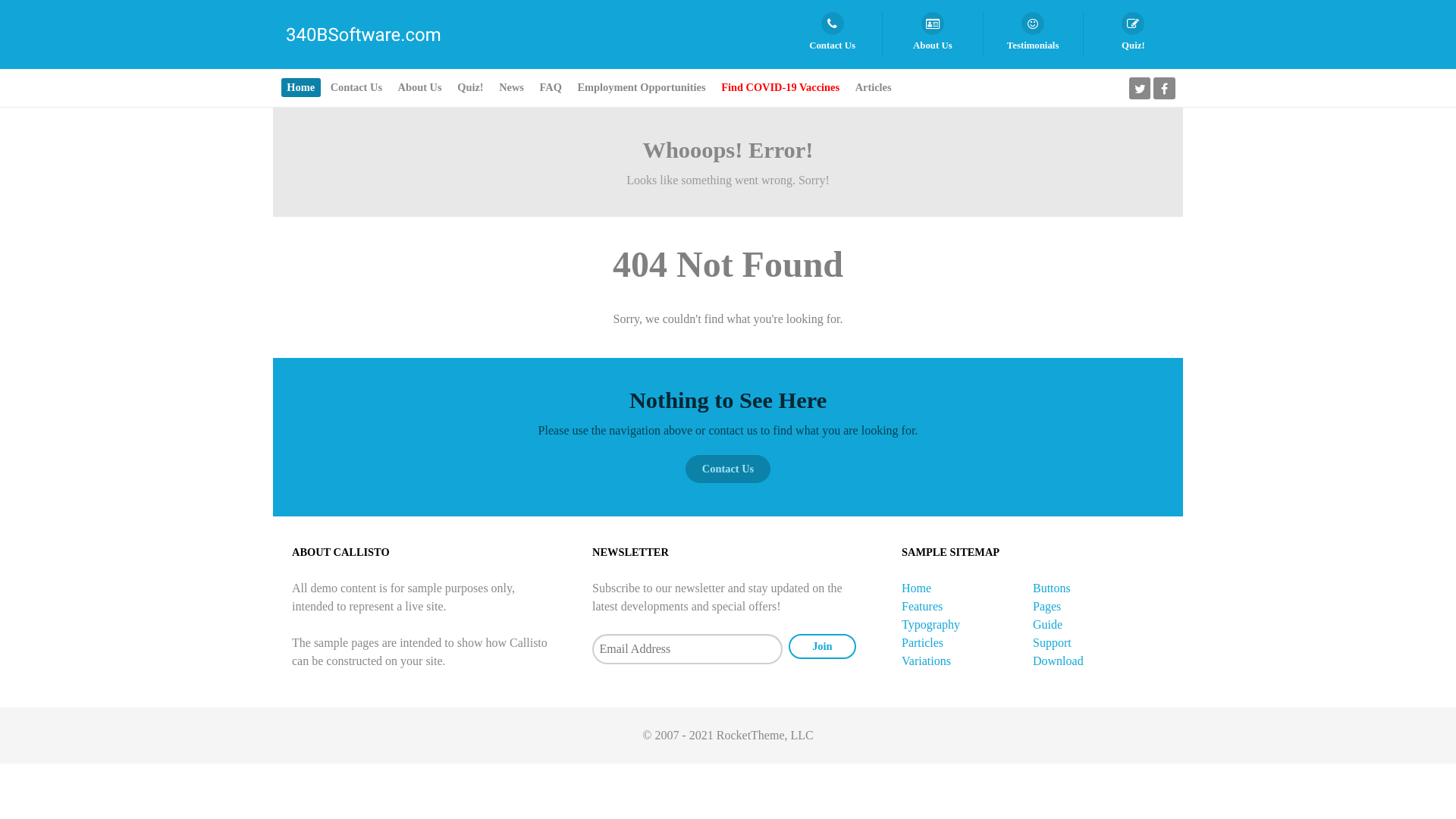 This screenshot has height=819, width=1456. I want to click on 'Download', so click(1057, 660).